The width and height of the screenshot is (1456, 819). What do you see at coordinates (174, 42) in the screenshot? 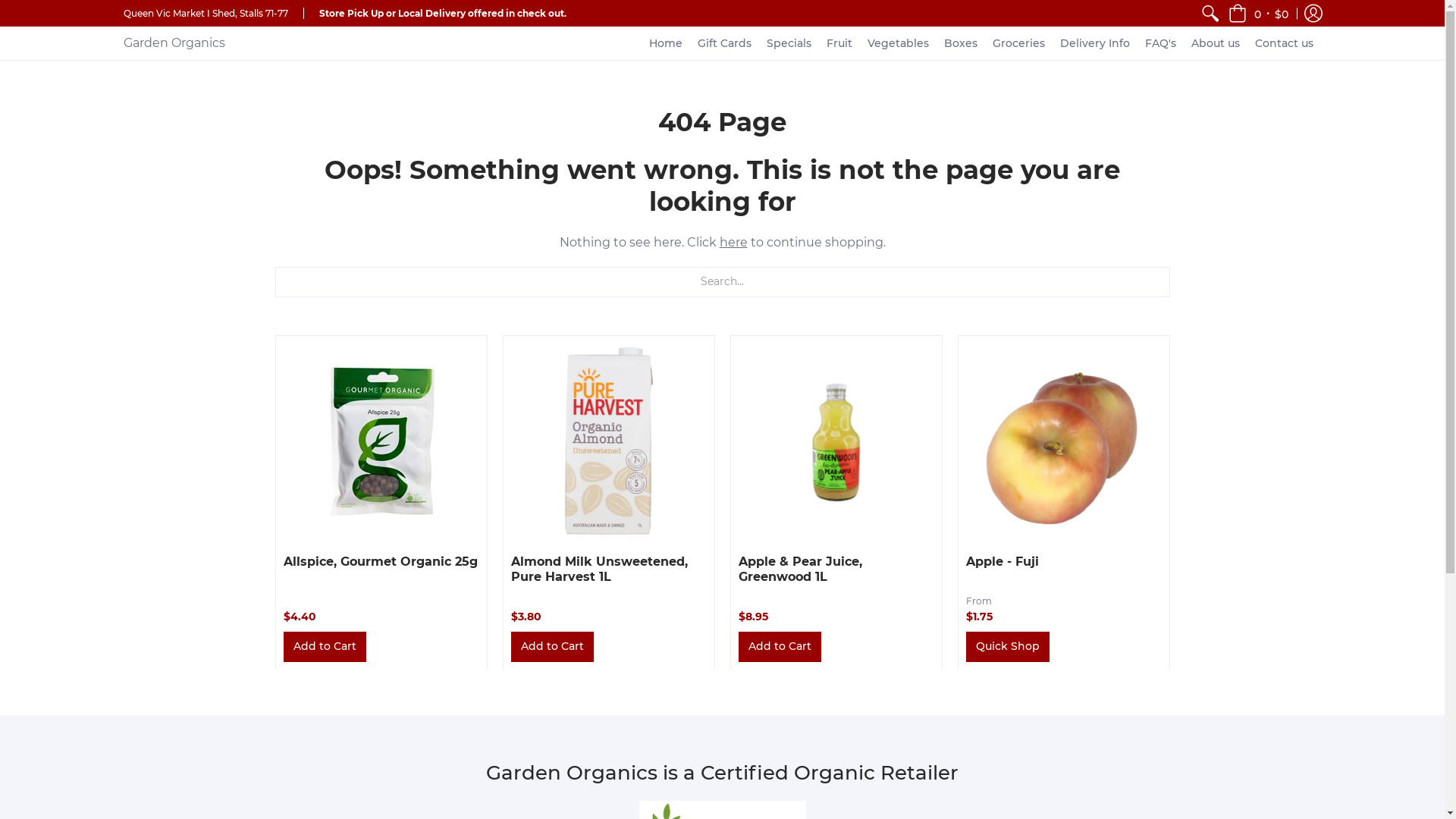
I see `'Garden Organics'` at bounding box center [174, 42].